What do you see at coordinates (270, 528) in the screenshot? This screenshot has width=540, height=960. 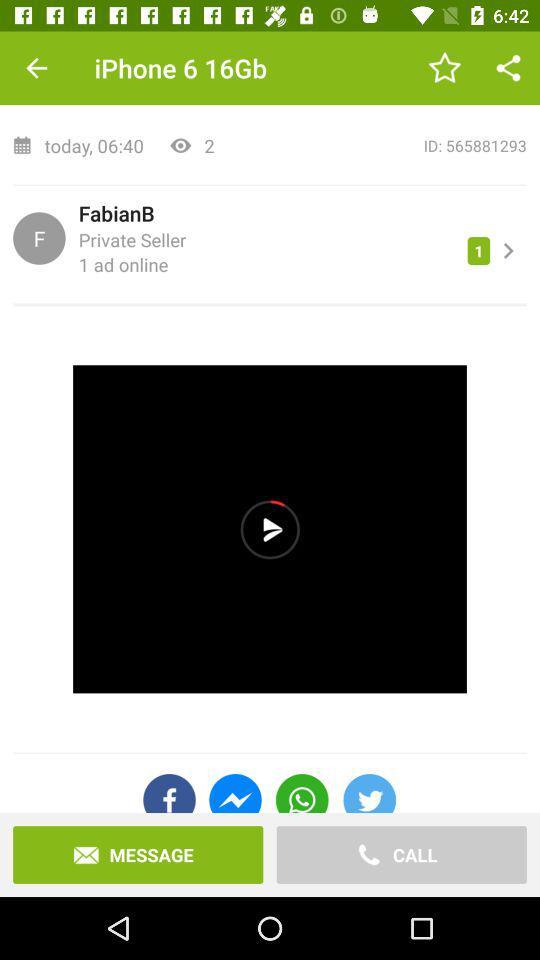 I see `a arrow that points to the right and is used for playing a video` at bounding box center [270, 528].